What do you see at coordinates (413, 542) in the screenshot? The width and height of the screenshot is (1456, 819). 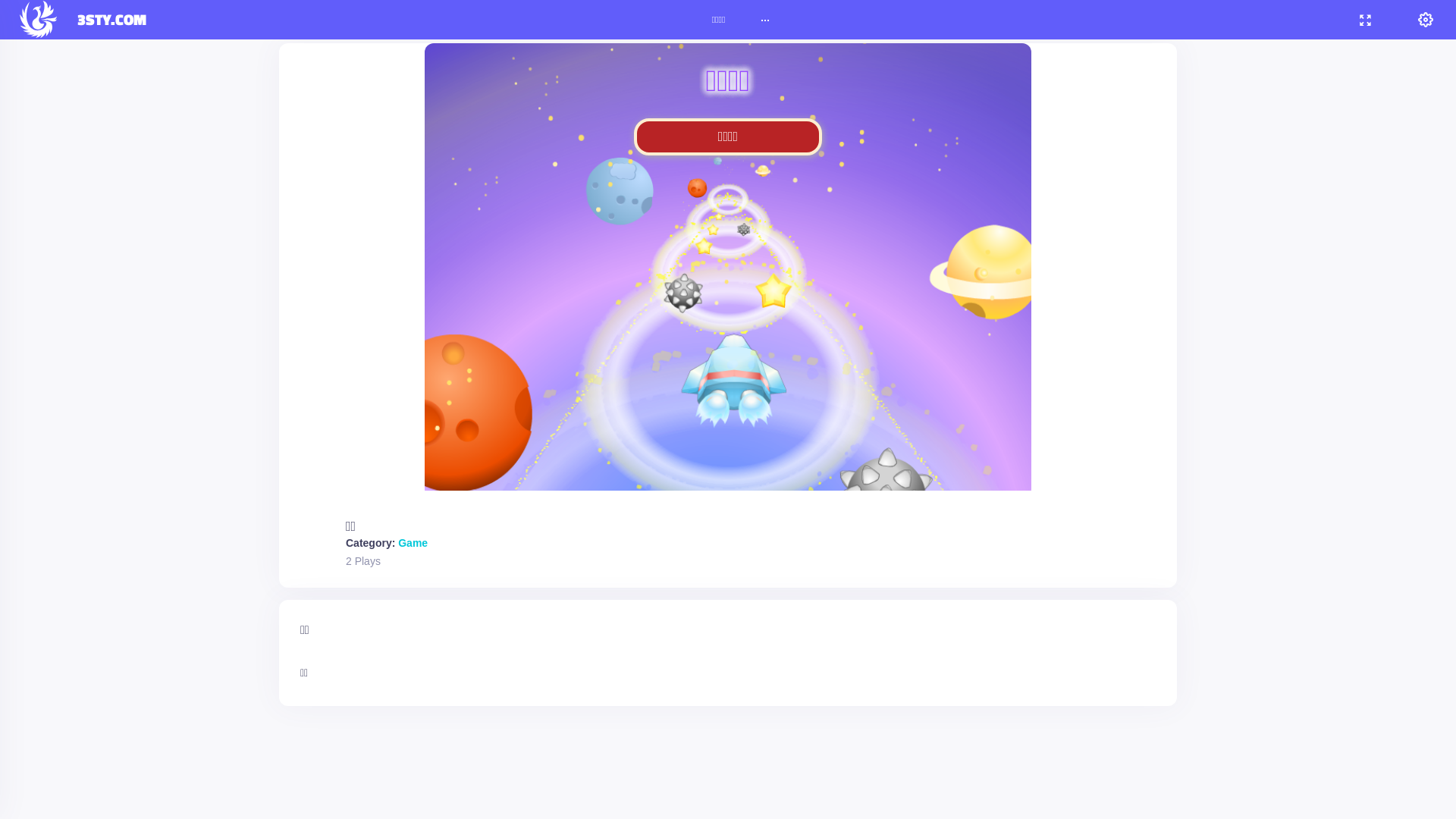 I see `'Game'` at bounding box center [413, 542].